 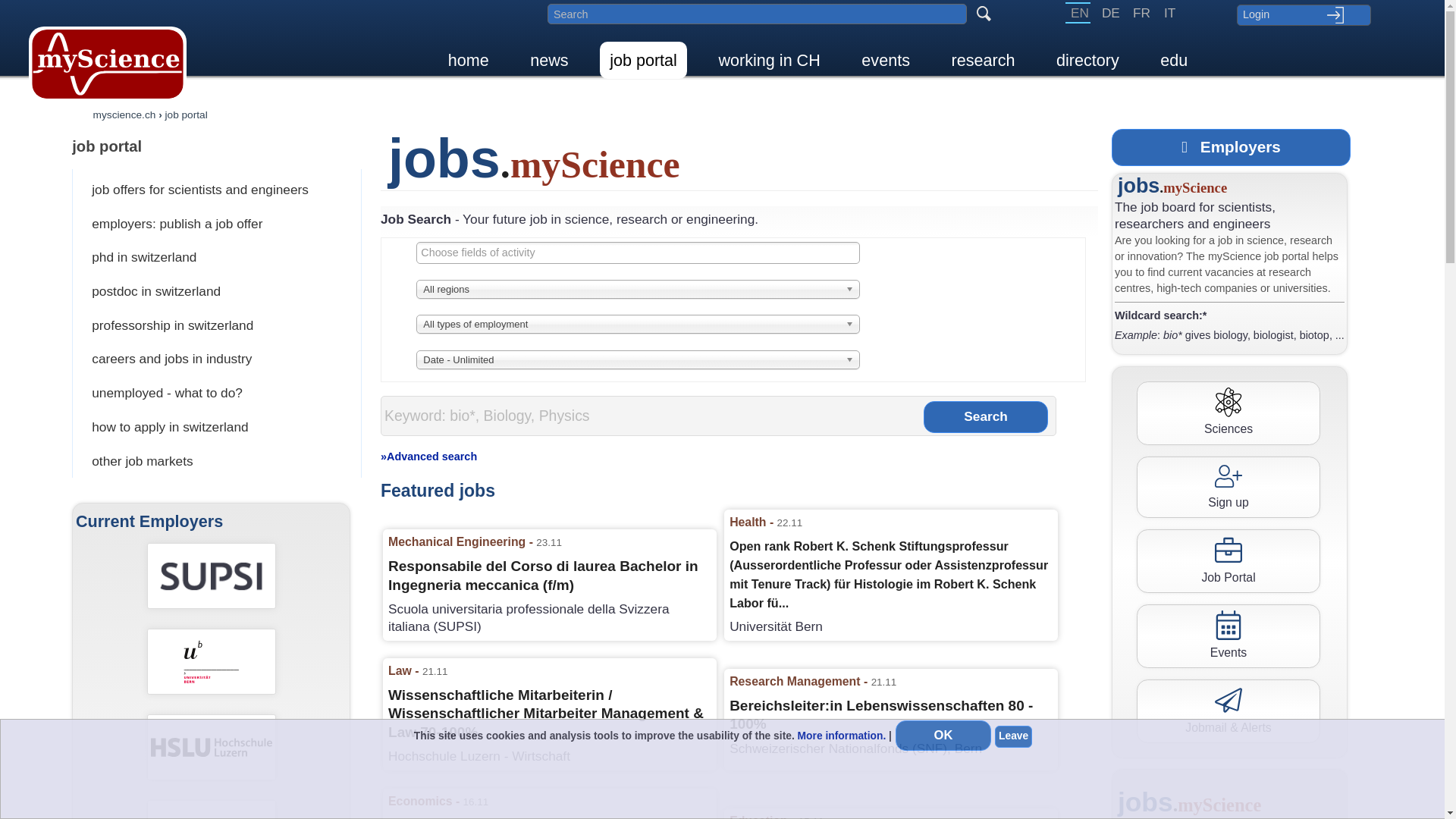 I want to click on 'Sign up', so click(x=1228, y=487).